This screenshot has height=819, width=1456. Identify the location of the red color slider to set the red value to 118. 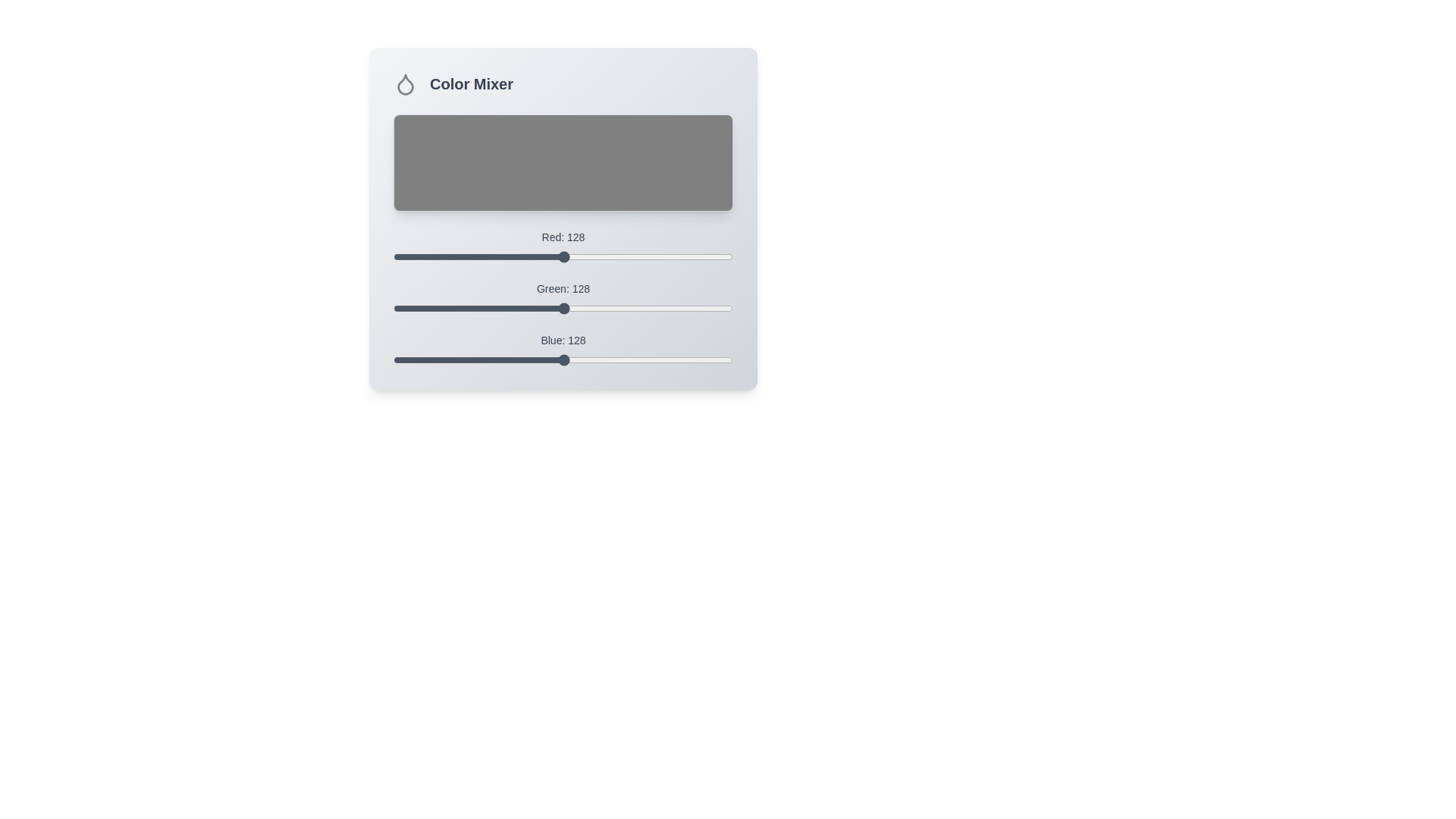
(550, 256).